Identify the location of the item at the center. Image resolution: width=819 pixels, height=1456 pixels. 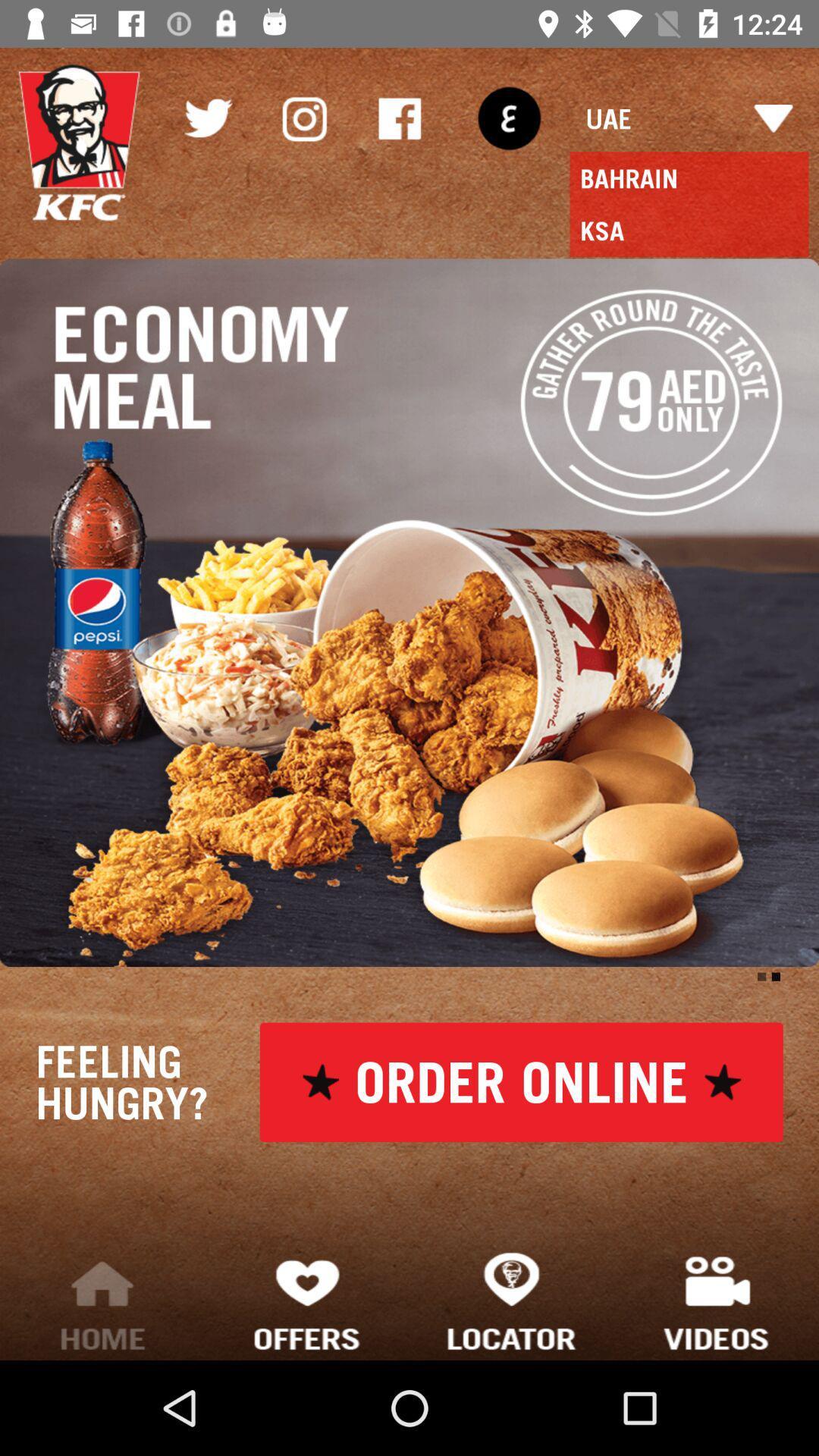
(409, 613).